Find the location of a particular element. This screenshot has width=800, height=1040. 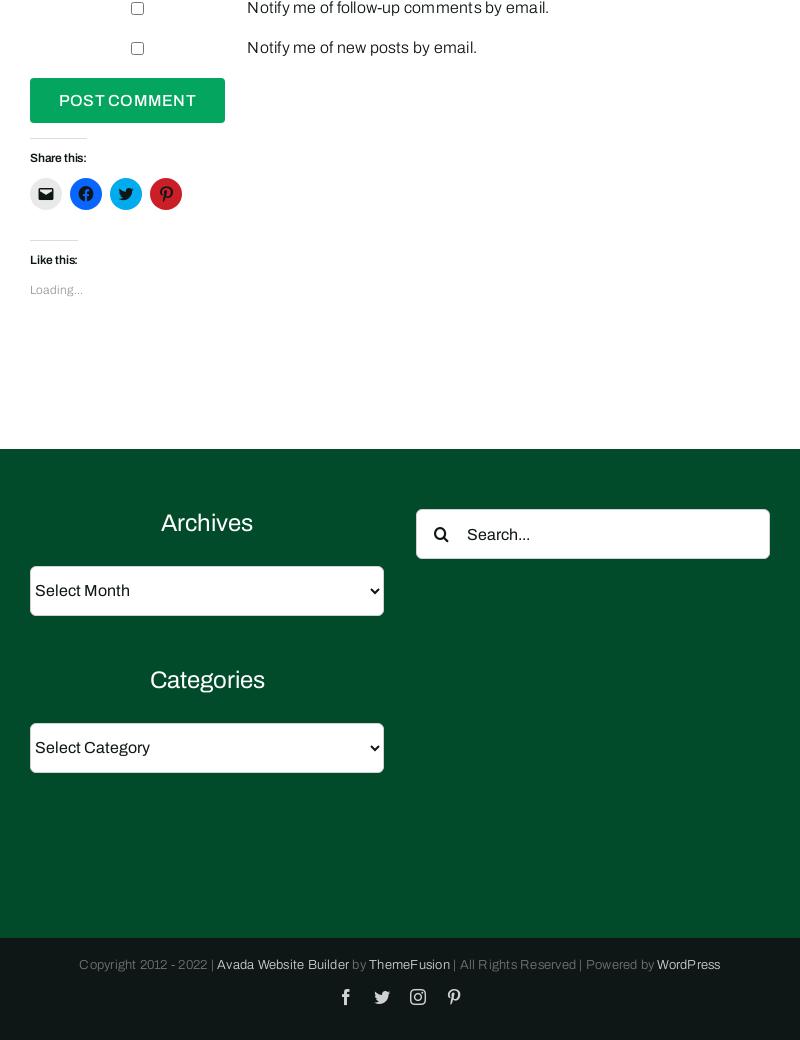

'Avada Website Builder' is located at coordinates (283, 963).